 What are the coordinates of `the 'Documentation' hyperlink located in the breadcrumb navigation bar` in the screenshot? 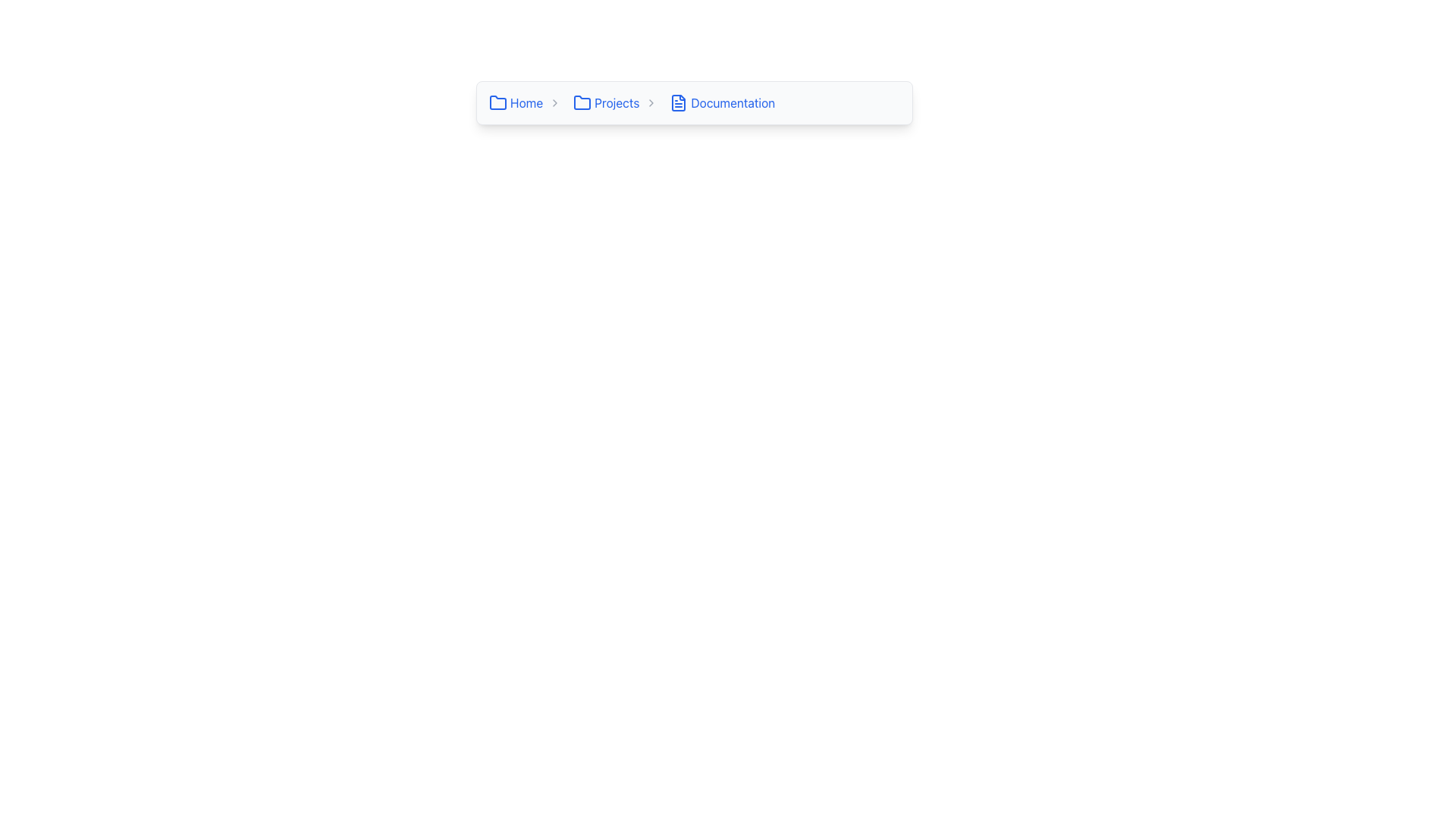 It's located at (733, 102).